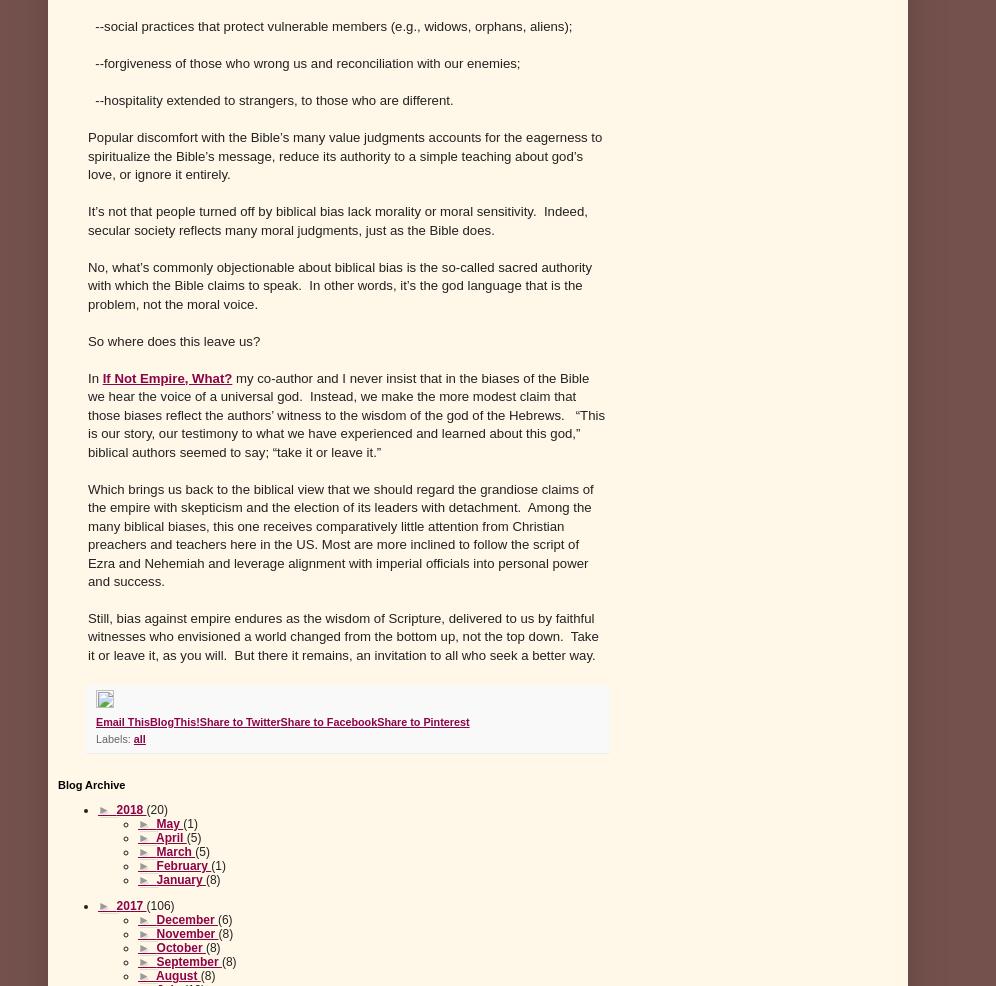 This screenshot has height=986, width=996. What do you see at coordinates (155, 809) in the screenshot?
I see `'(20)'` at bounding box center [155, 809].